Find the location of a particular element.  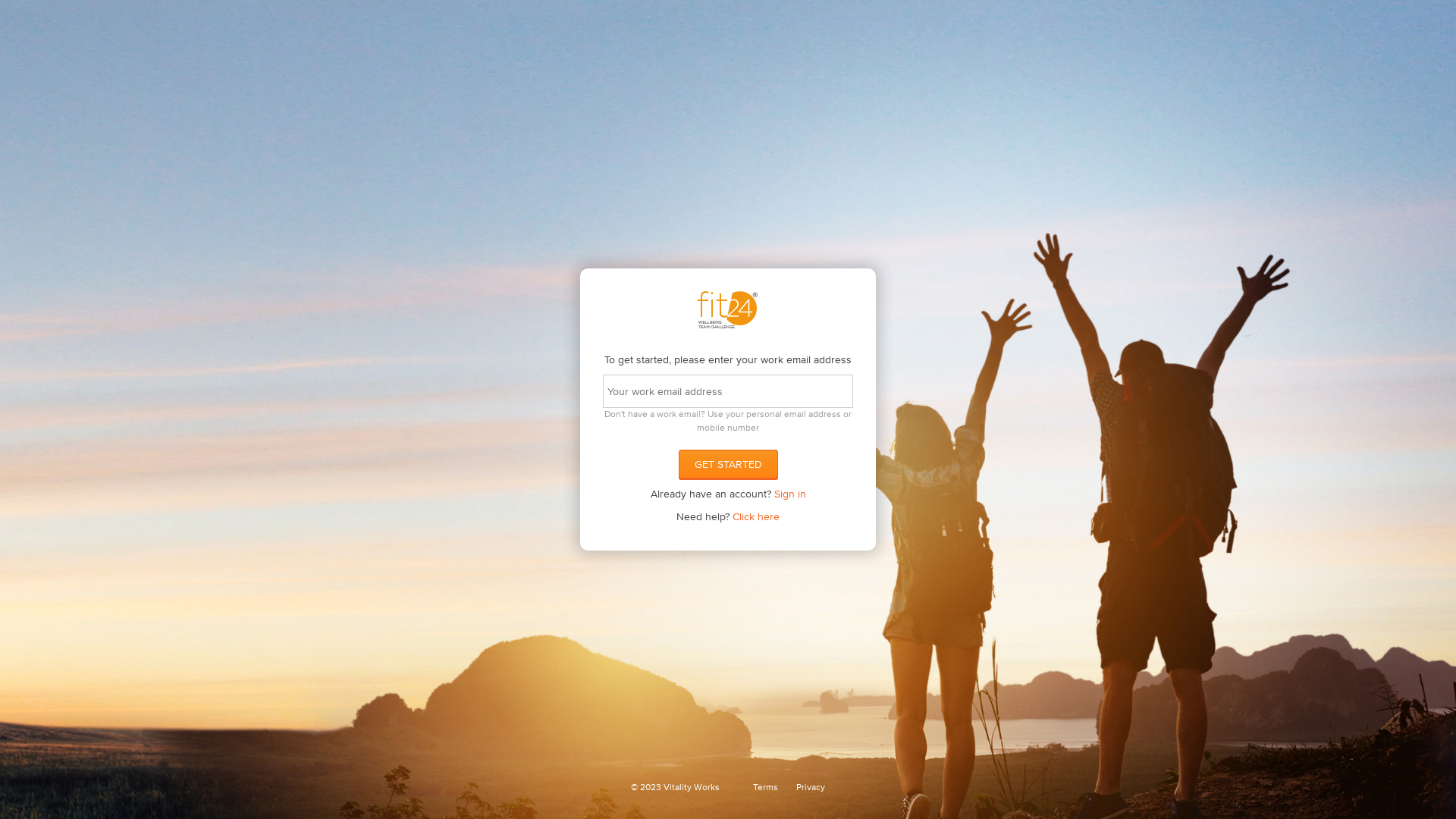

'Privacy' is located at coordinates (810, 786).